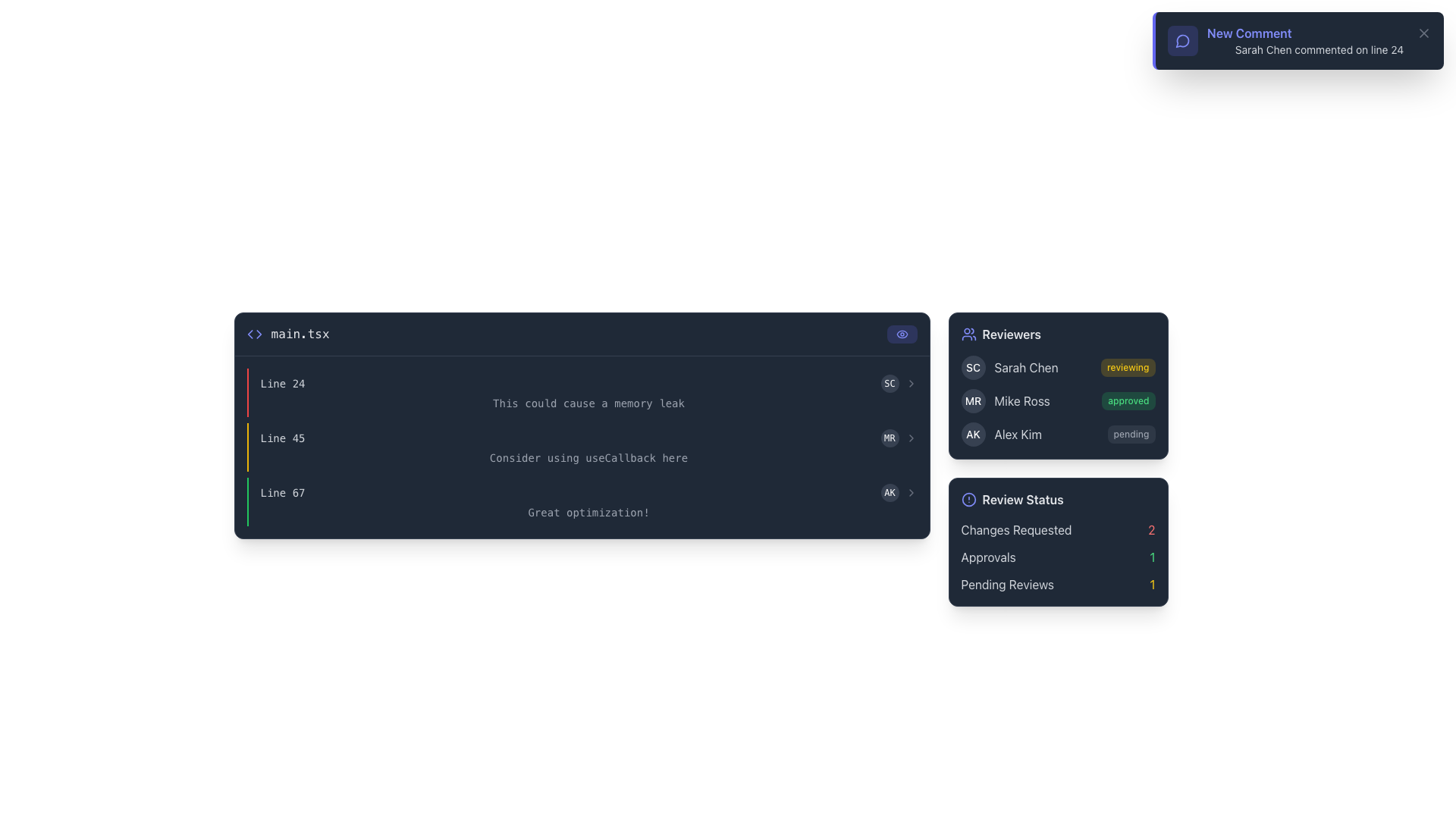 The image size is (1456, 819). I want to click on the text label displaying 'Sarah Chen commented on line 24' in the notification panel, so click(1318, 49).